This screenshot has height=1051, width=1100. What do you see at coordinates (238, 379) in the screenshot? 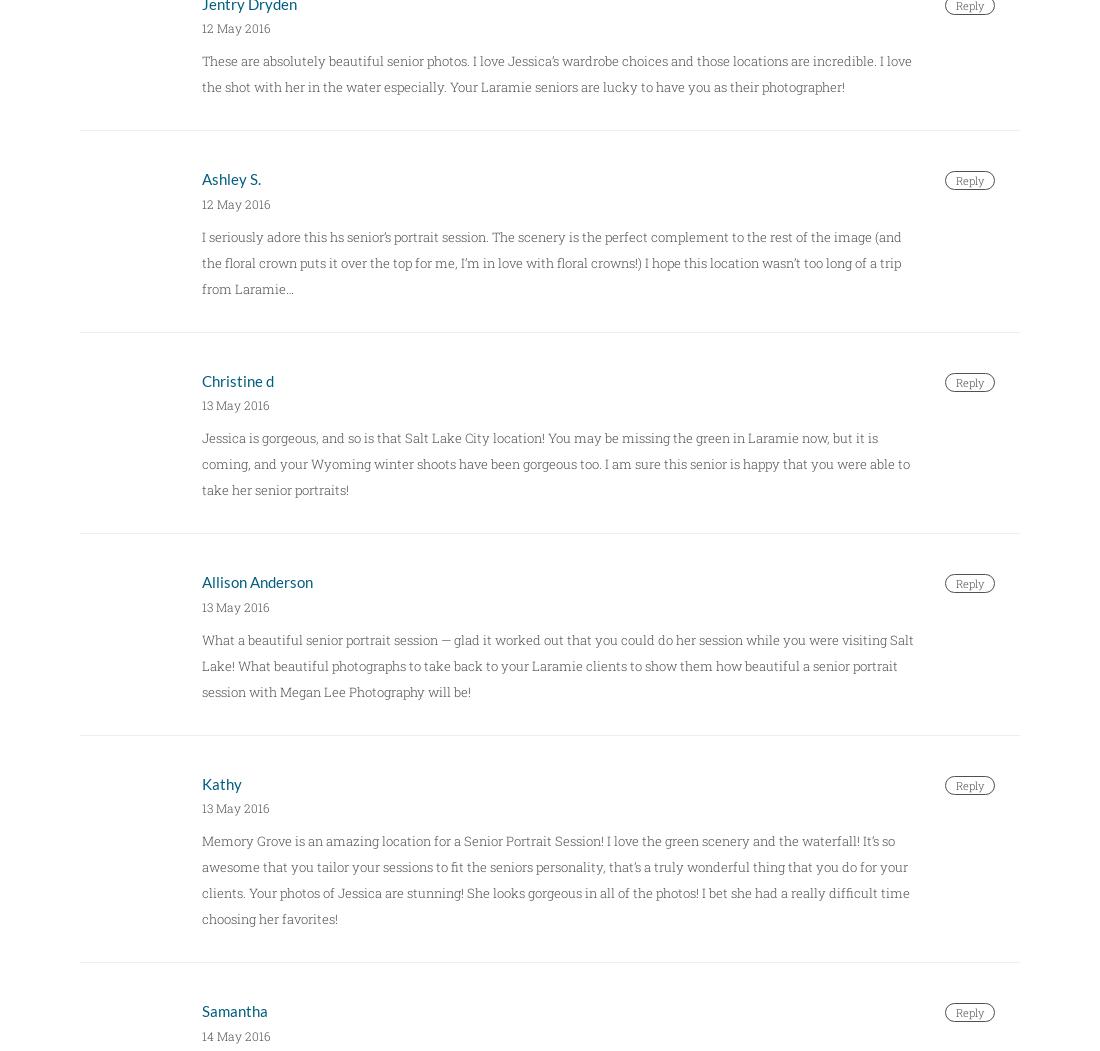
I see `'Christine d'` at bounding box center [238, 379].